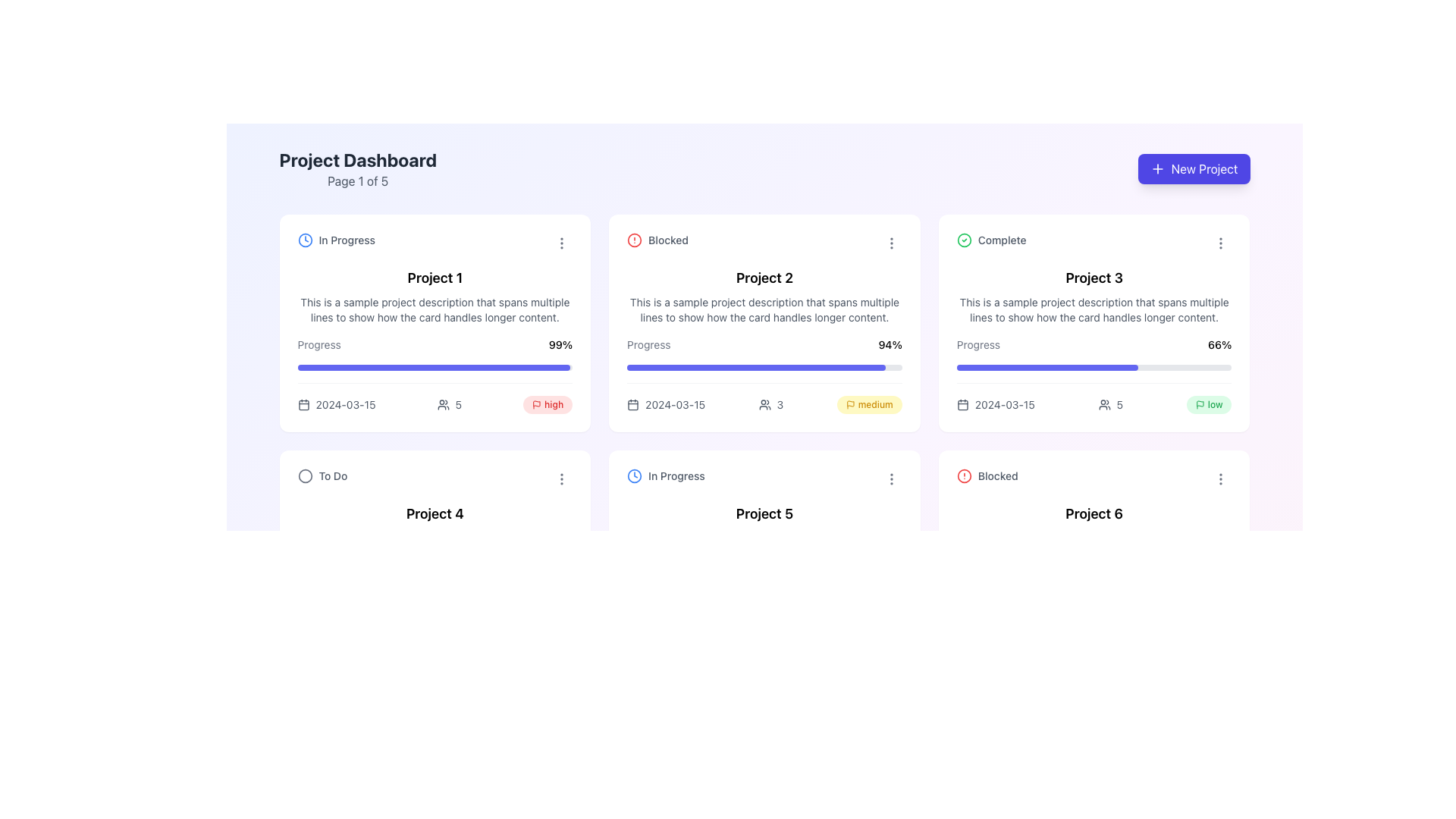 Image resolution: width=1456 pixels, height=819 pixels. What do you see at coordinates (1094, 513) in the screenshot?
I see `the heading text styled with a bold, large font that reads 'Project 6', located centrally within a card layout in the second column of the second row of the grid` at bounding box center [1094, 513].